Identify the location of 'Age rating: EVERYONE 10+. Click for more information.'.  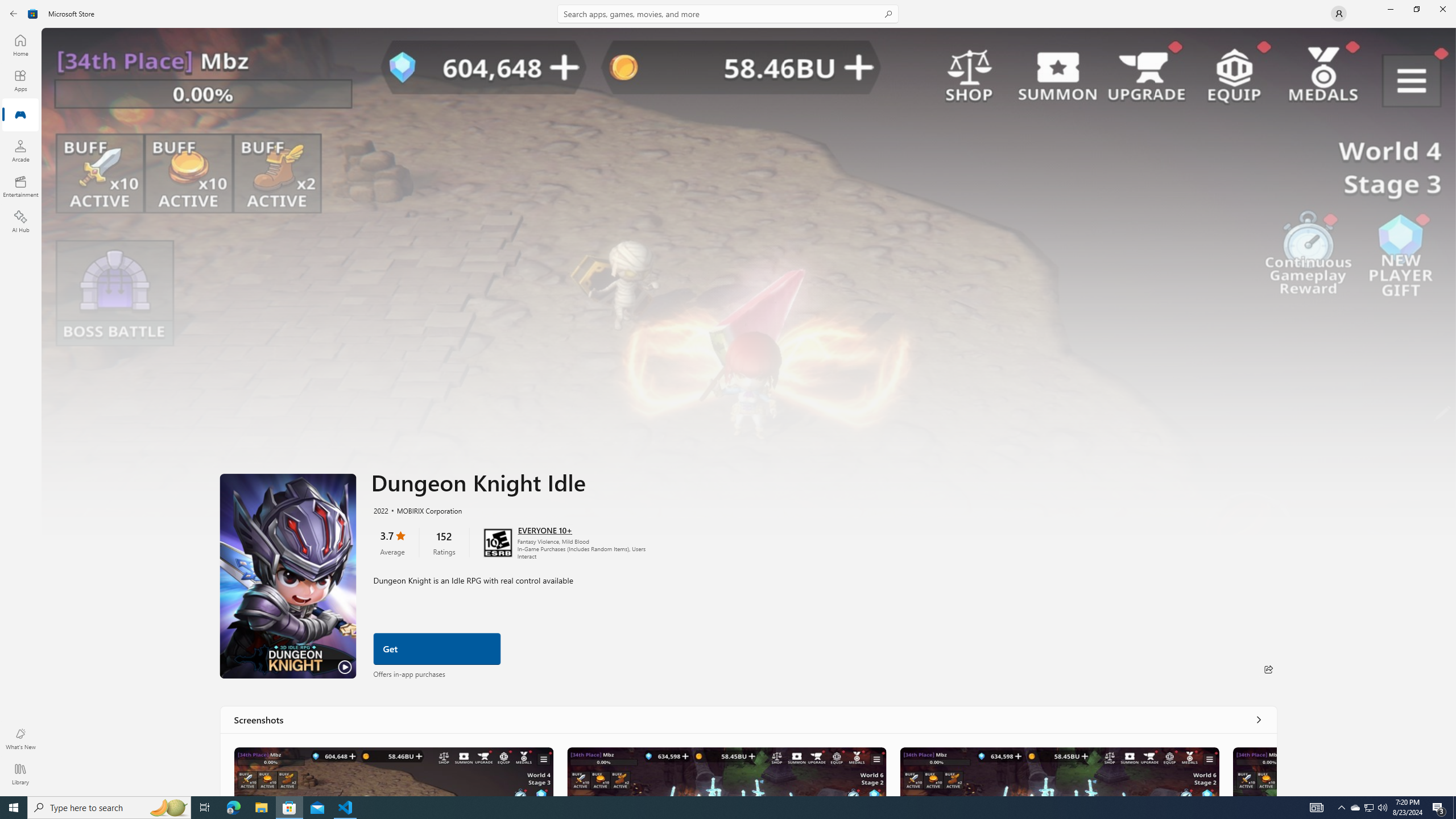
(544, 529).